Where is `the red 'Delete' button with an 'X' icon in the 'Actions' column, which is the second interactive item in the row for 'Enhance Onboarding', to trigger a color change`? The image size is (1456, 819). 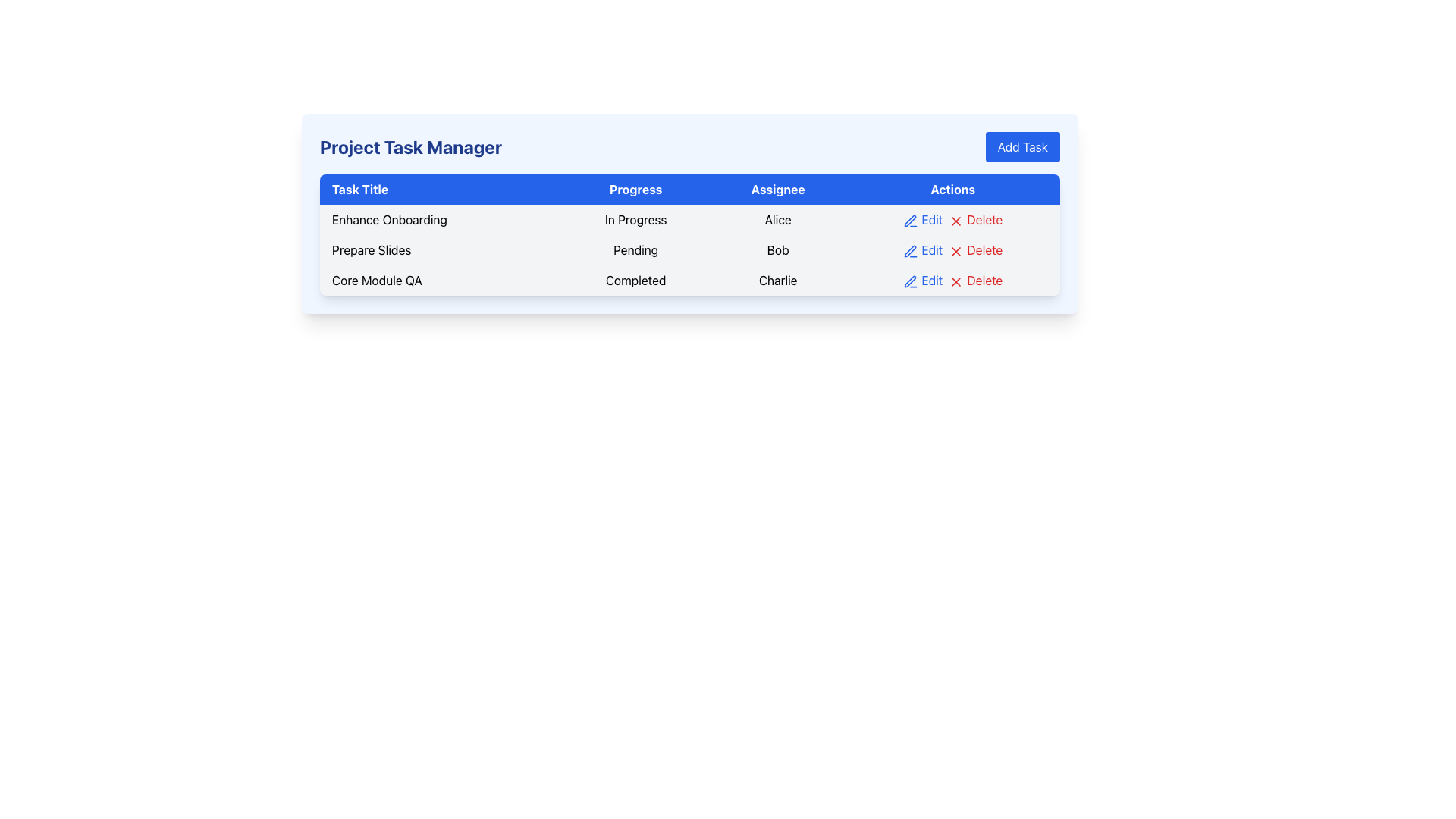
the red 'Delete' button with an 'X' icon in the 'Actions' column, which is the second interactive item in the row for 'Enhance Onboarding', to trigger a color change is located at coordinates (975, 219).